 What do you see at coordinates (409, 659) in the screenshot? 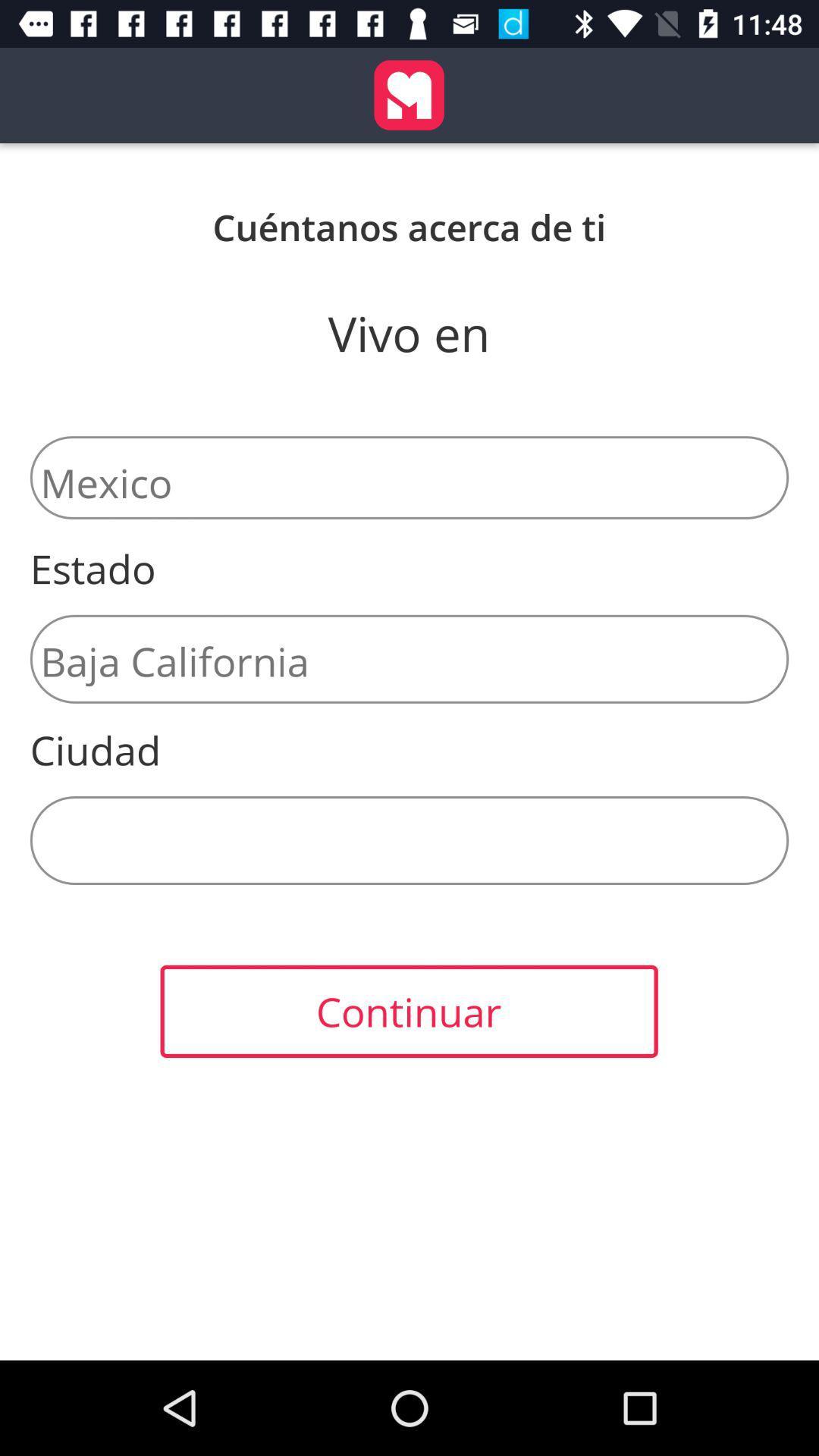
I see `the baja california icon` at bounding box center [409, 659].